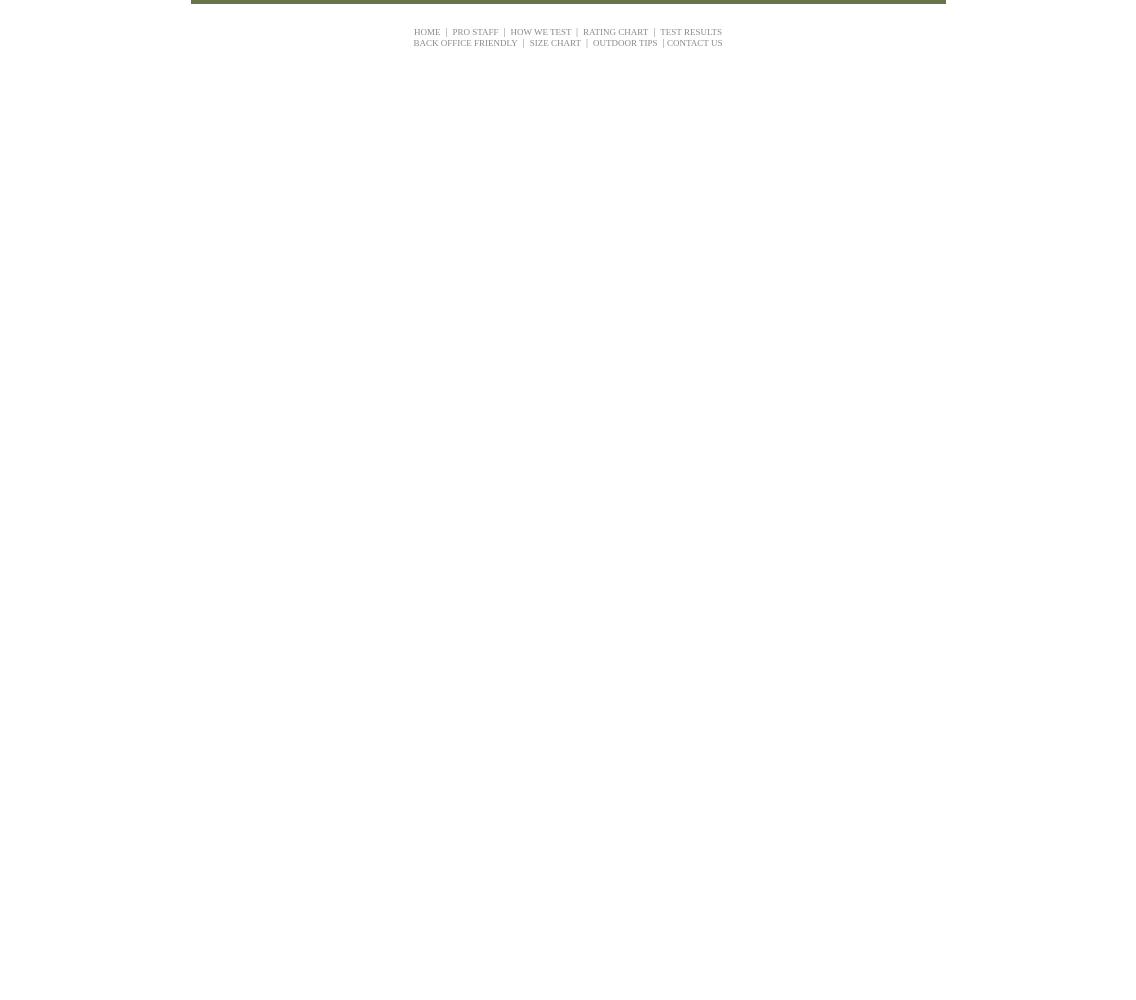  What do you see at coordinates (694, 42) in the screenshot?
I see `'CONTACT US'` at bounding box center [694, 42].